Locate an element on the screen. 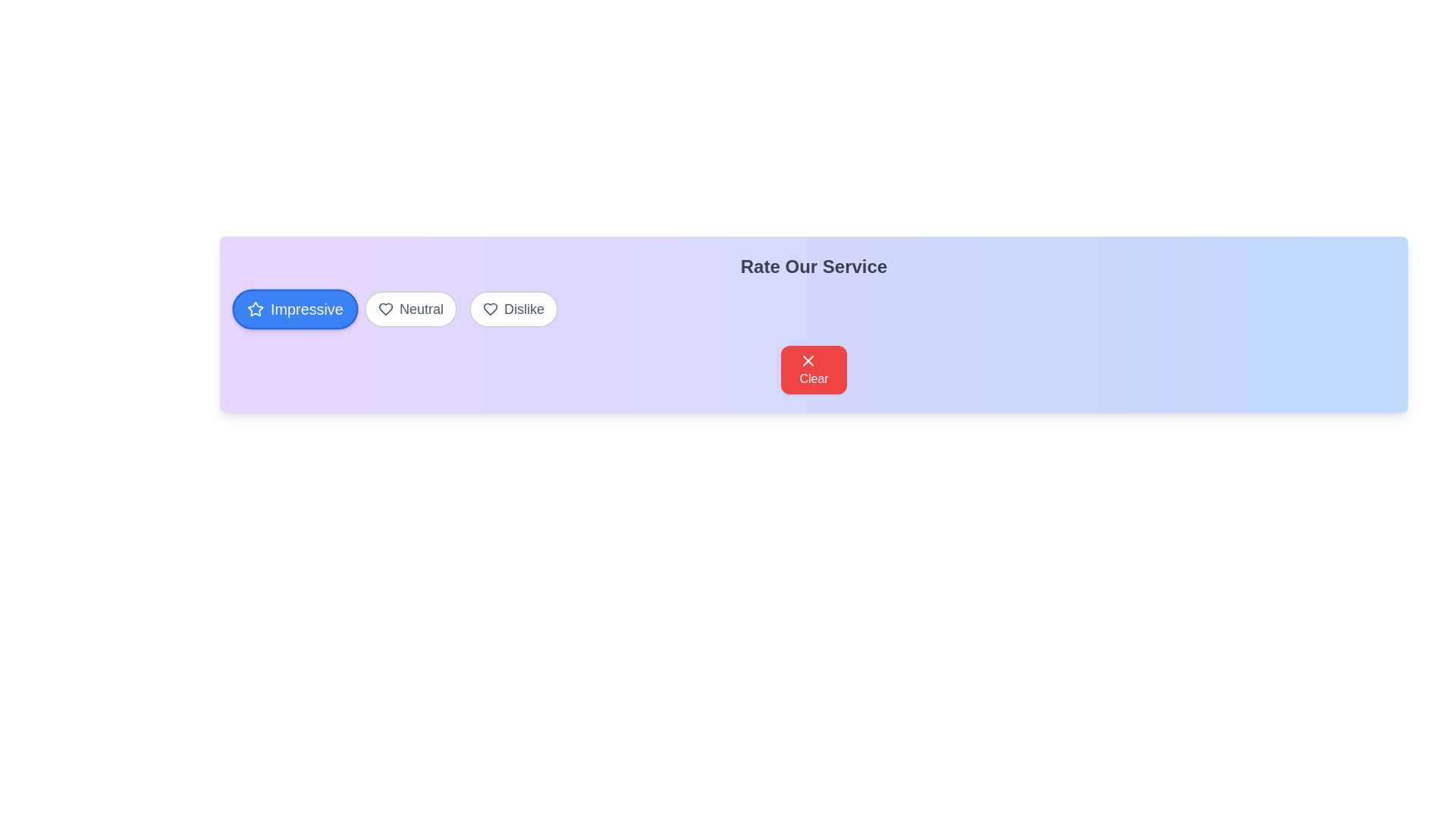 This screenshot has height=819, width=1456. the button labeled Impressive to observe its hover effect is located at coordinates (295, 309).